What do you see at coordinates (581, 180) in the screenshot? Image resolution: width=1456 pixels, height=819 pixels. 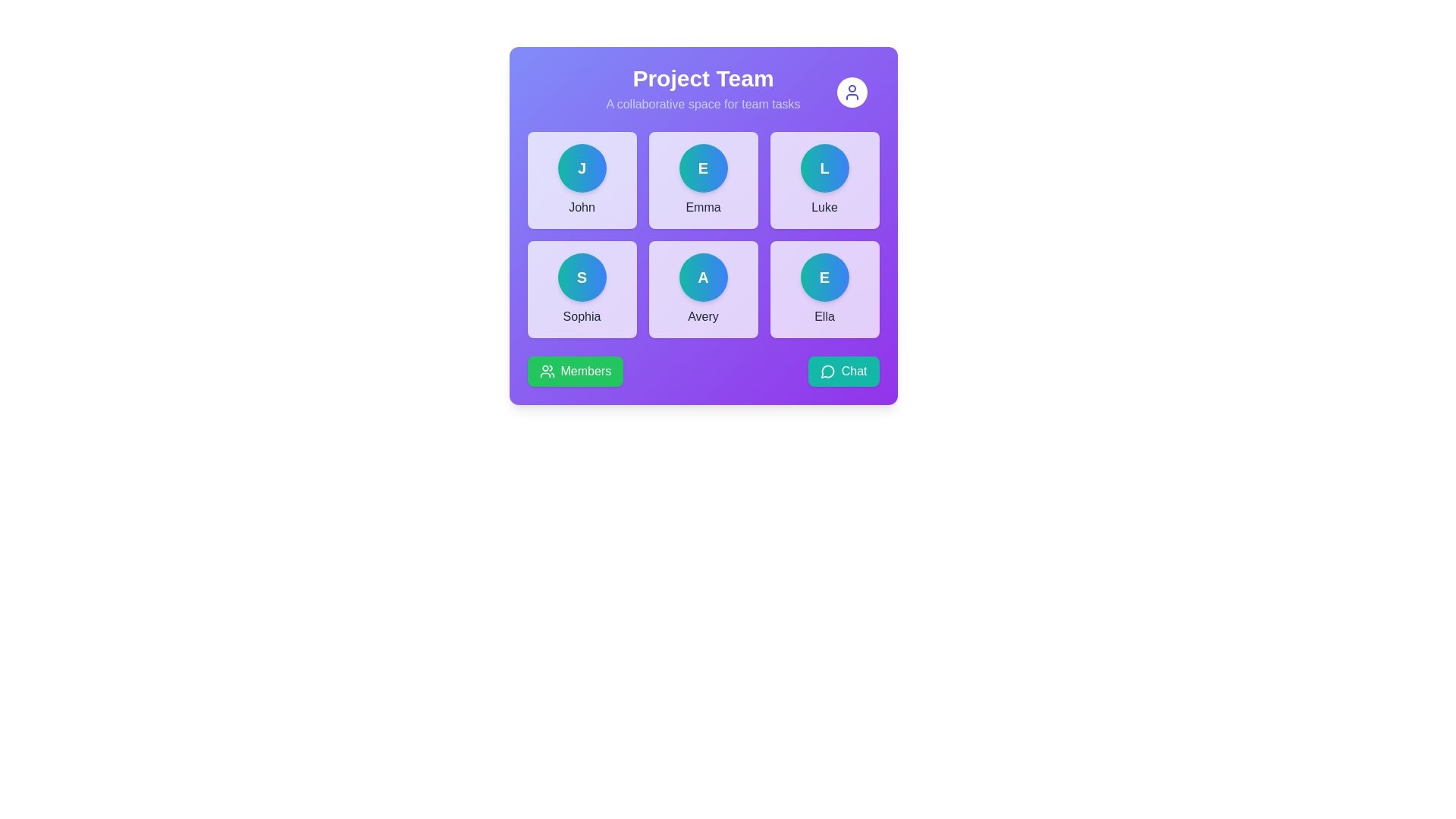 I see `the profile card component featuring a circular badge with a white 'J' and the label 'John' below it, located in the first row and first column of the grid` at bounding box center [581, 180].